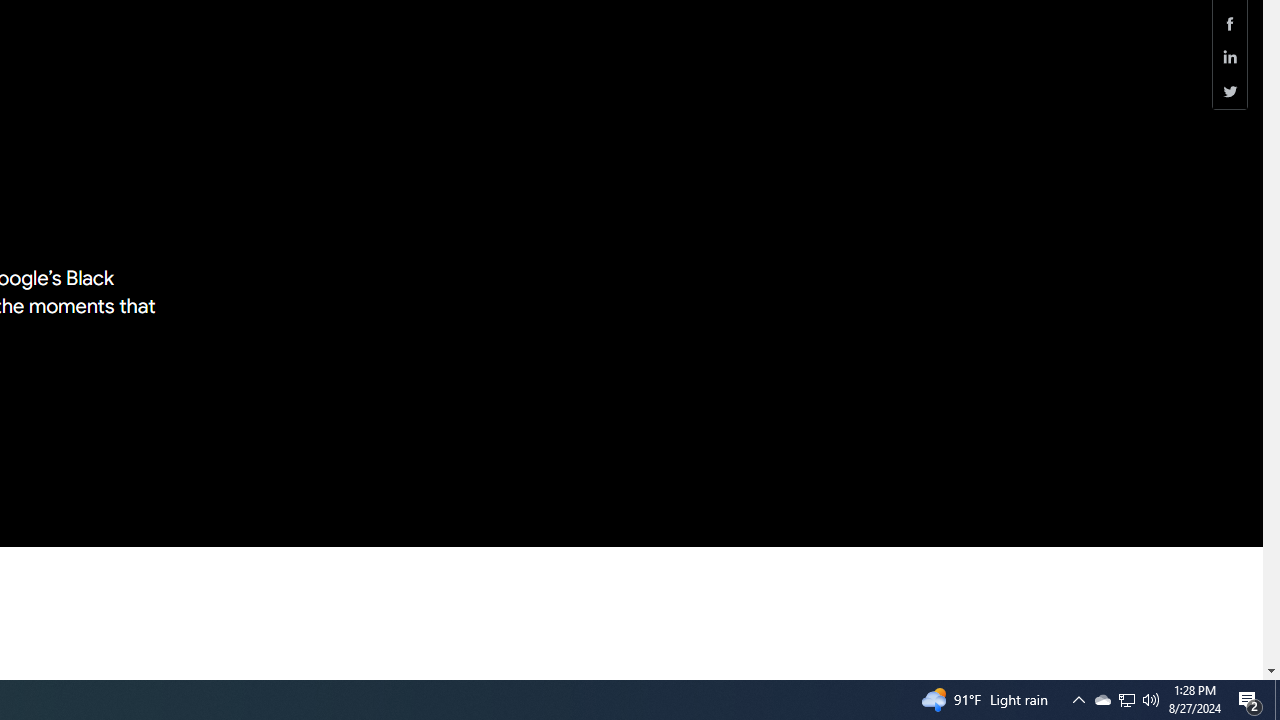 The image size is (1280, 720). What do you see at coordinates (1229, 91) in the screenshot?
I see `'Share this page (Twitter)'` at bounding box center [1229, 91].